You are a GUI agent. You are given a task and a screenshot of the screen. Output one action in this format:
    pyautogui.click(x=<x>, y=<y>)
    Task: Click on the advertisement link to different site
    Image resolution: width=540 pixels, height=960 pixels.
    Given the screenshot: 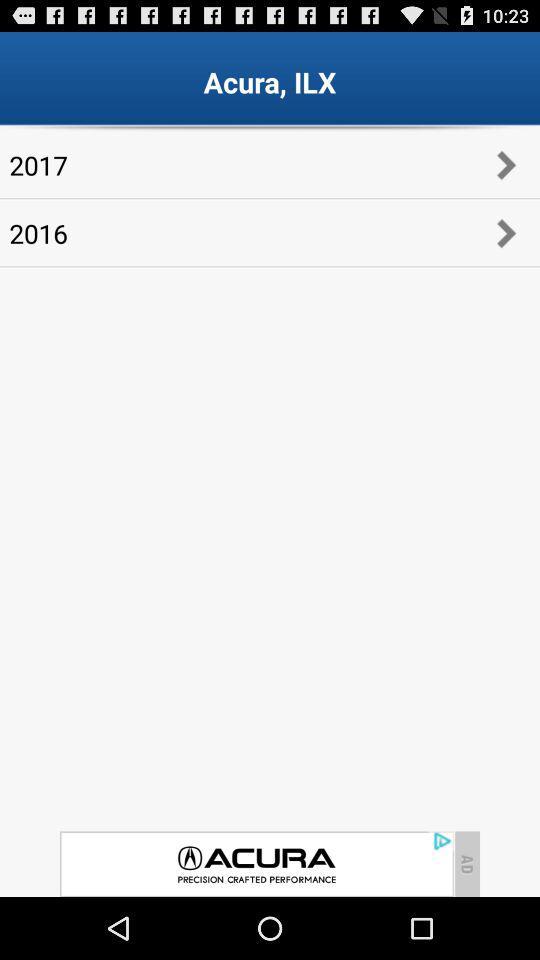 What is the action you would take?
    pyautogui.click(x=256, y=863)
    